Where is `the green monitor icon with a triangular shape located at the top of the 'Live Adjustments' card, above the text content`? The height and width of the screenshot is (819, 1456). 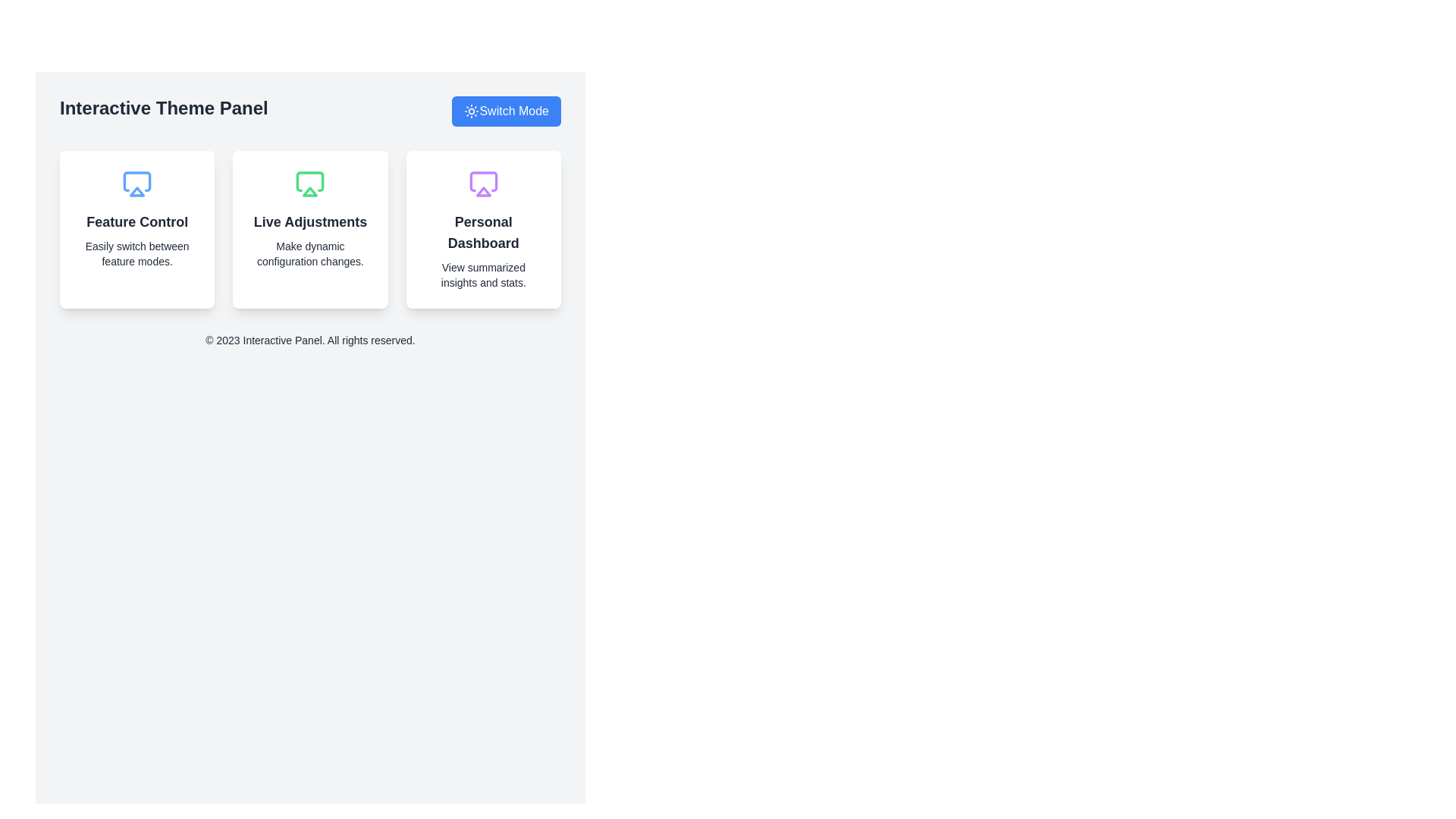
the green monitor icon with a triangular shape located at the top of the 'Live Adjustments' card, above the text content is located at coordinates (309, 184).